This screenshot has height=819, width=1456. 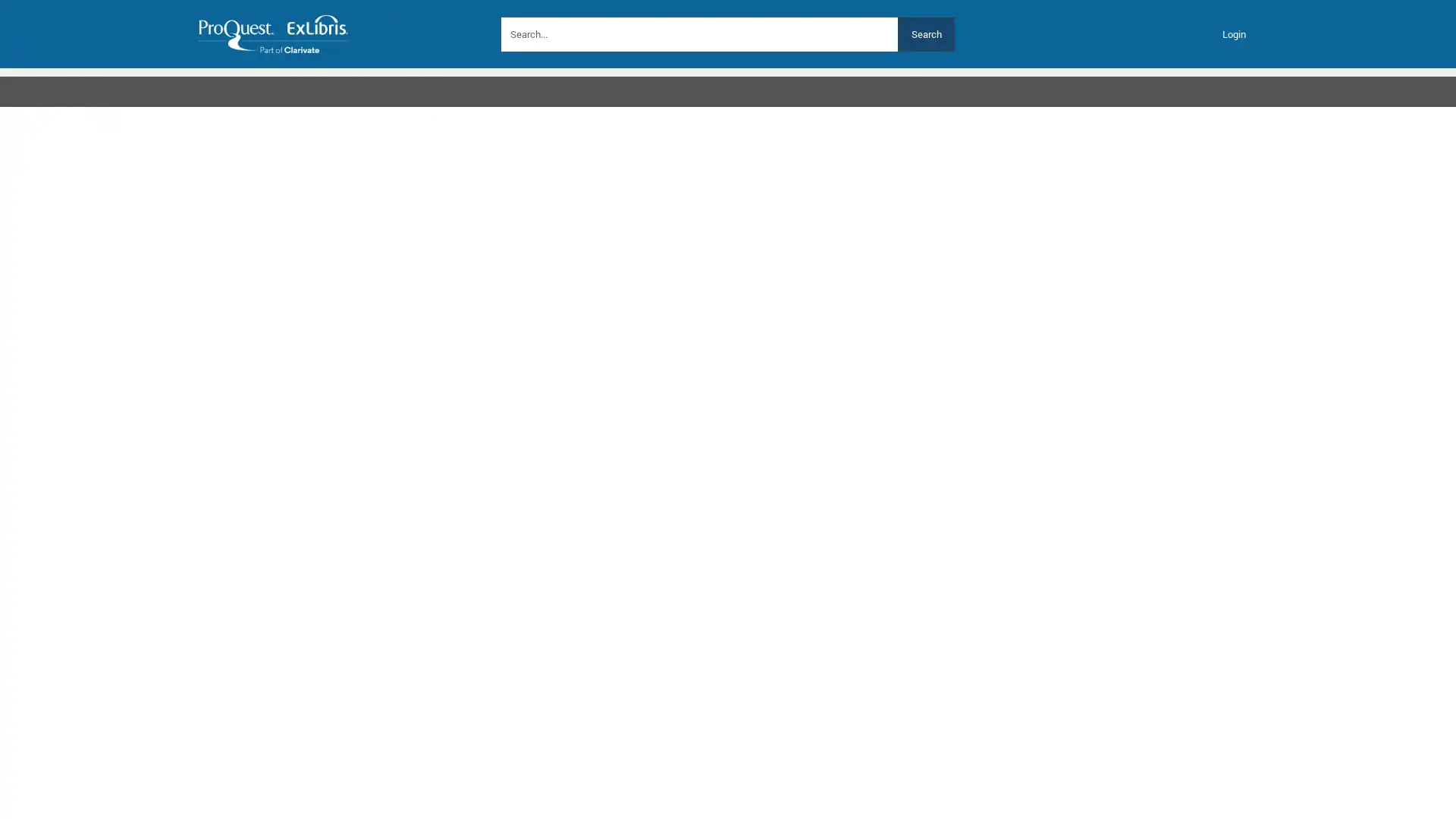 I want to click on Platform Status, so click(x=560, y=86).